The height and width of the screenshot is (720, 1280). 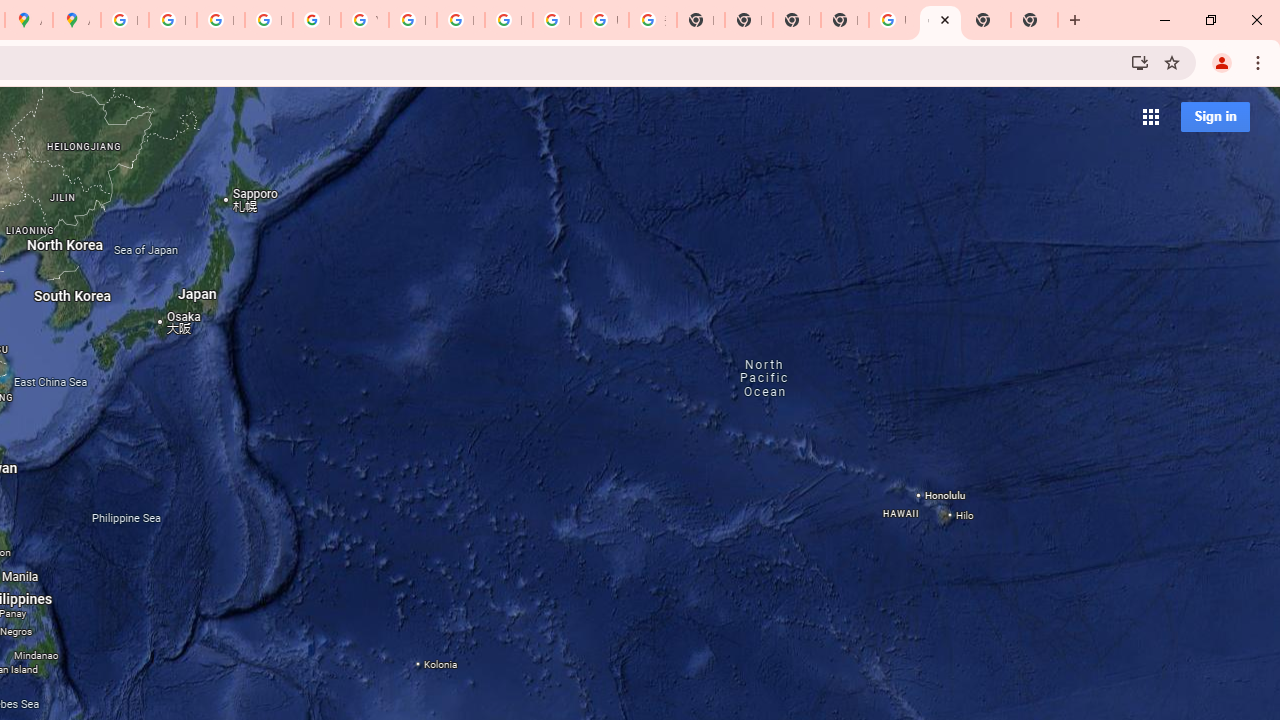 I want to click on 'New Tab', so click(x=1034, y=20).